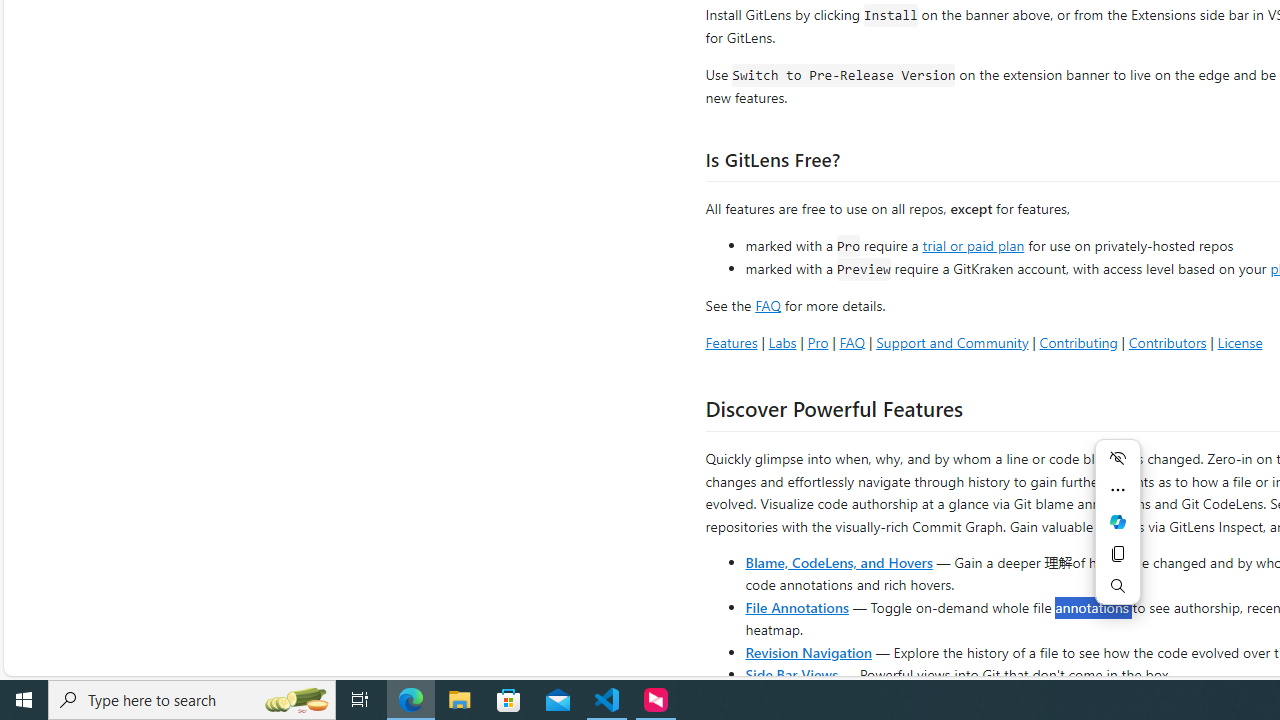  Describe the element at coordinates (852, 341) in the screenshot. I see `'FAQ'` at that location.